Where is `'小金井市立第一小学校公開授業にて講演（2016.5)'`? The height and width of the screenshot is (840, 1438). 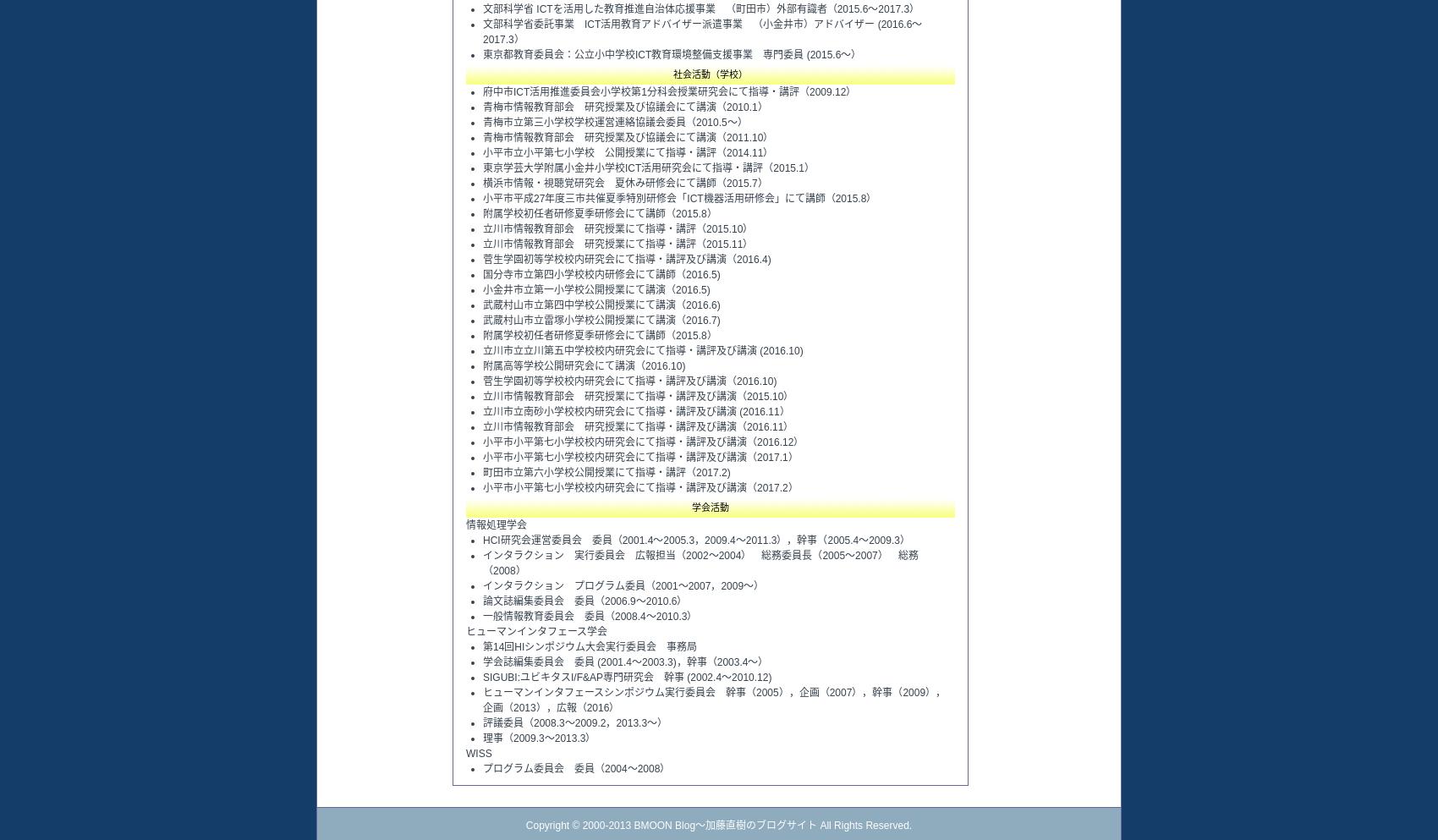
'小金井市立第一小学校公開授業にて講演（2016.5)' is located at coordinates (596, 288).